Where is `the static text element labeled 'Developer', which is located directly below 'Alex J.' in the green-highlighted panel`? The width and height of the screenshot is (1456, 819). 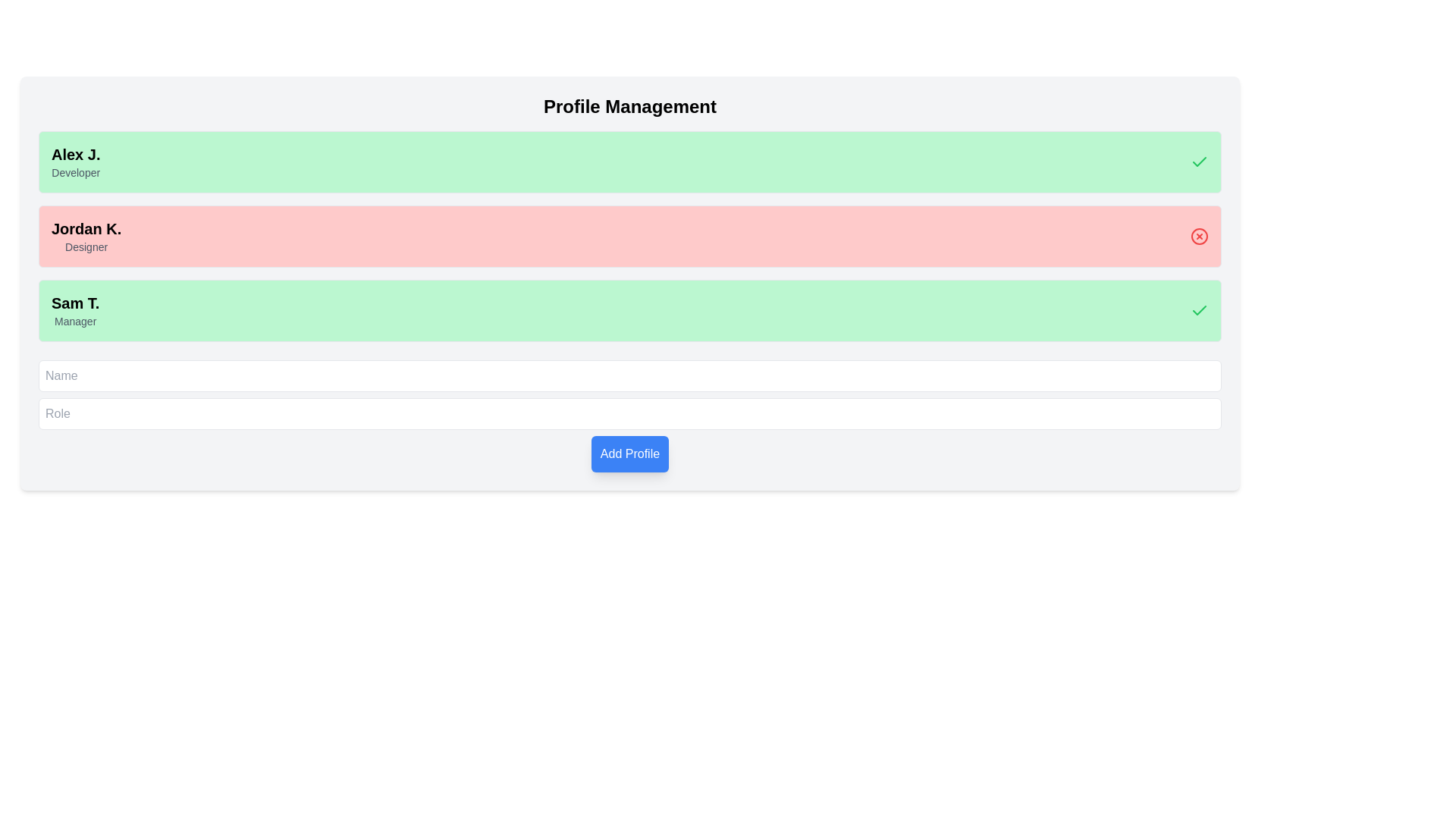
the static text element labeled 'Developer', which is located directly below 'Alex J.' in the green-highlighted panel is located at coordinates (75, 171).